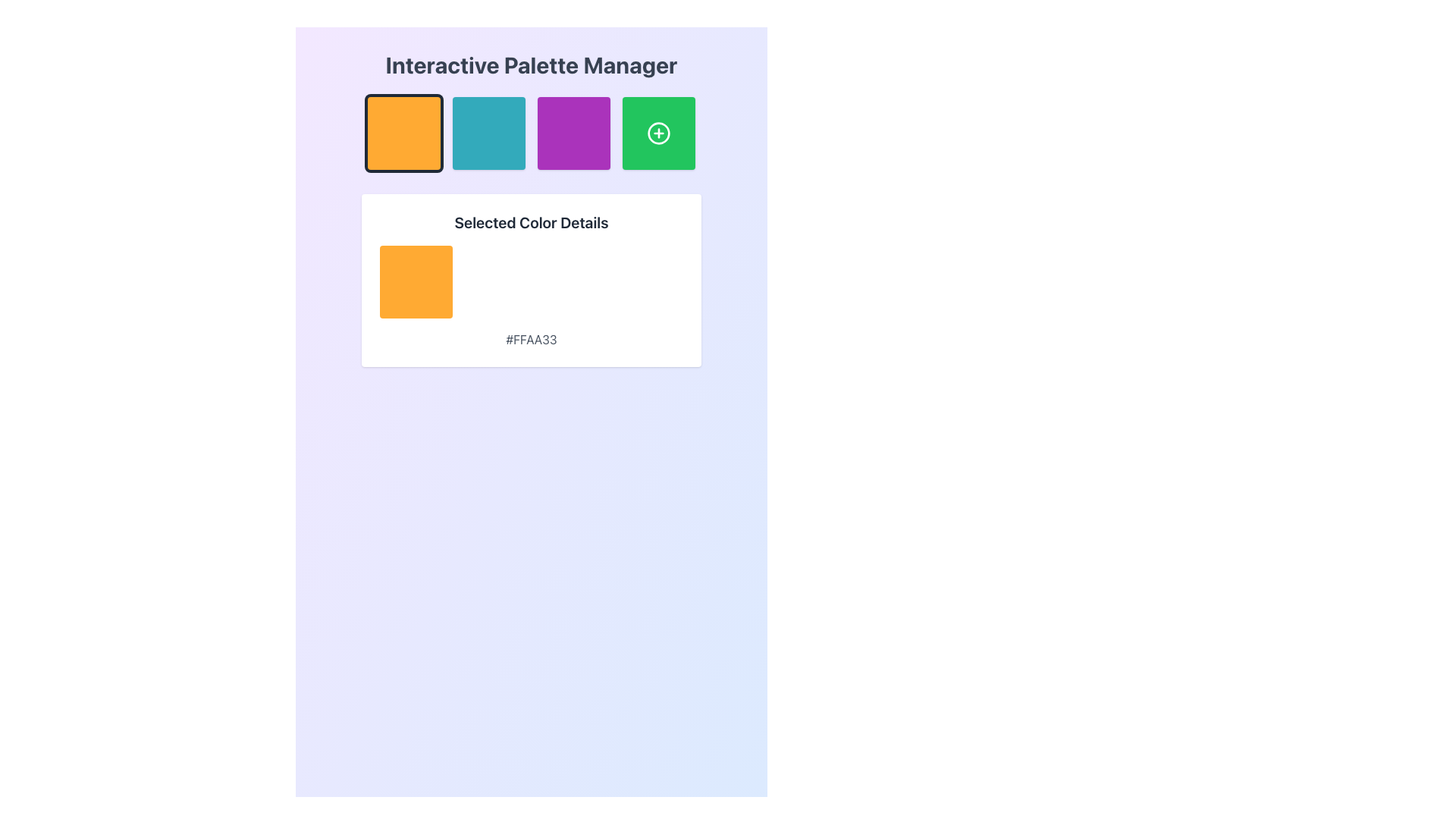  I want to click on the orange square with rounded borders located at the top-left corner of the grid layout, so click(403, 133).